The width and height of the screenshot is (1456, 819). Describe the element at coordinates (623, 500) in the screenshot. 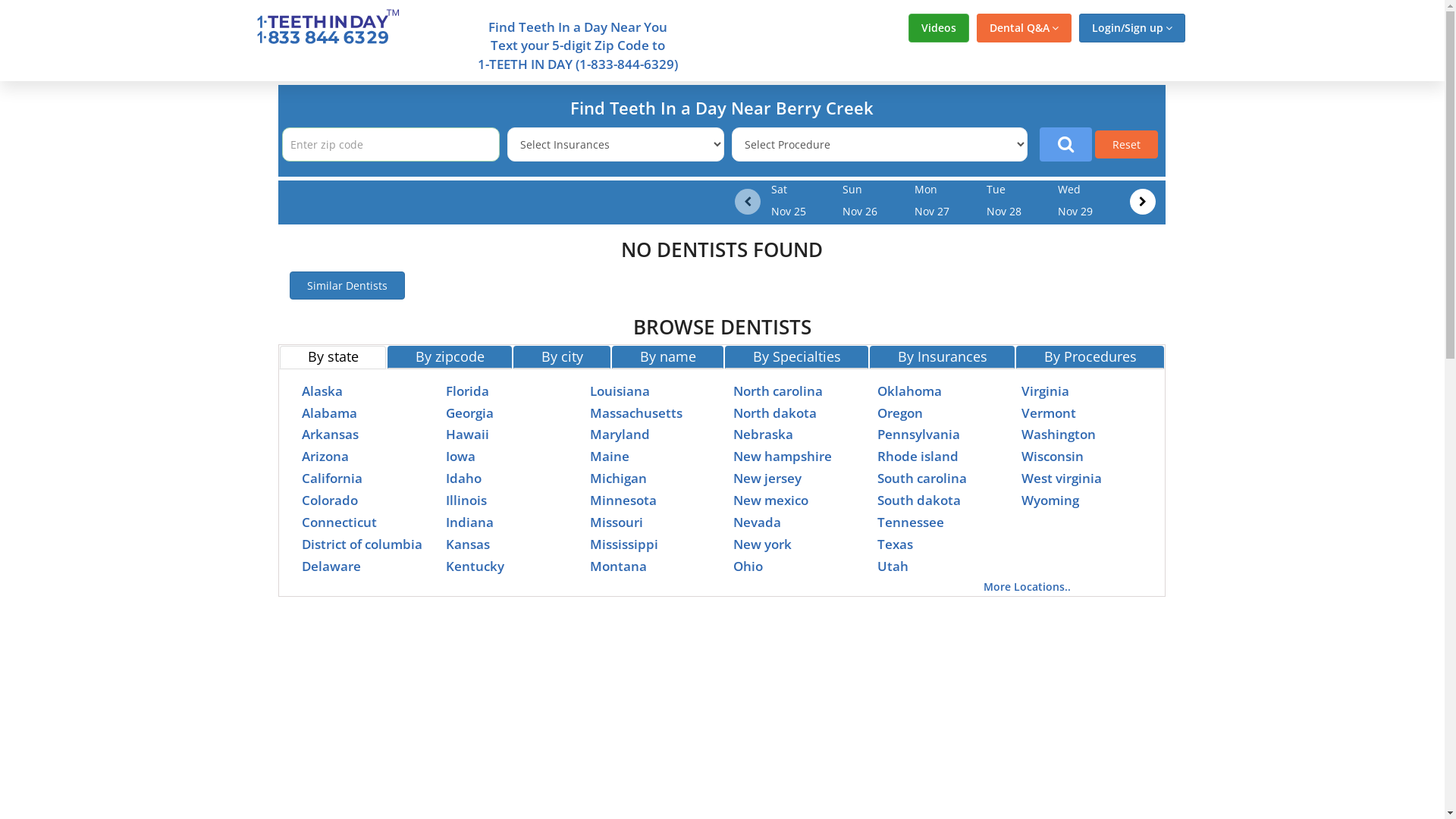

I see `'Minnesota'` at that location.